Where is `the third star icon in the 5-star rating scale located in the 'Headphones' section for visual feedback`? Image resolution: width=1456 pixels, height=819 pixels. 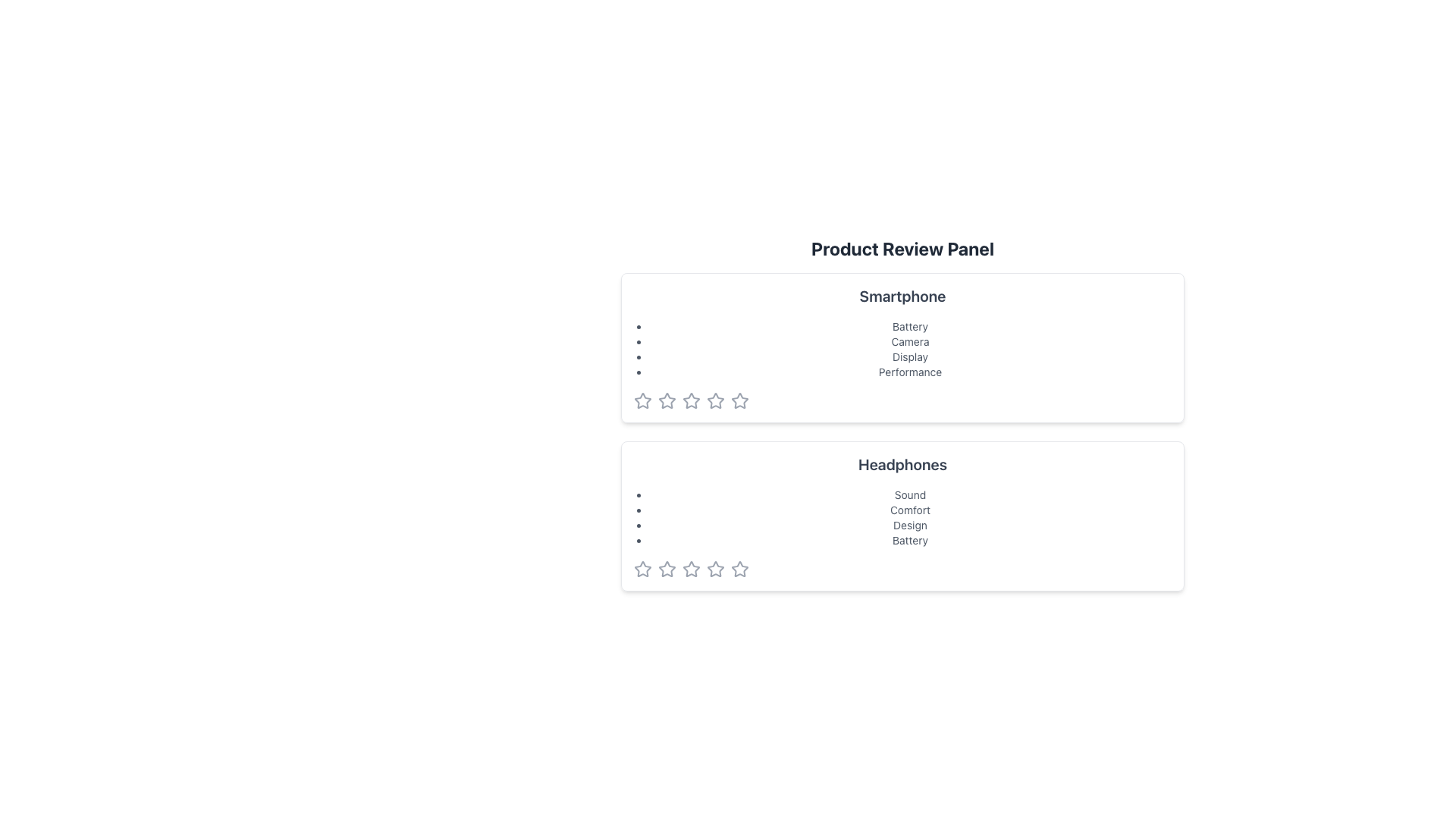 the third star icon in the 5-star rating scale located in the 'Headphones' section for visual feedback is located at coordinates (715, 569).